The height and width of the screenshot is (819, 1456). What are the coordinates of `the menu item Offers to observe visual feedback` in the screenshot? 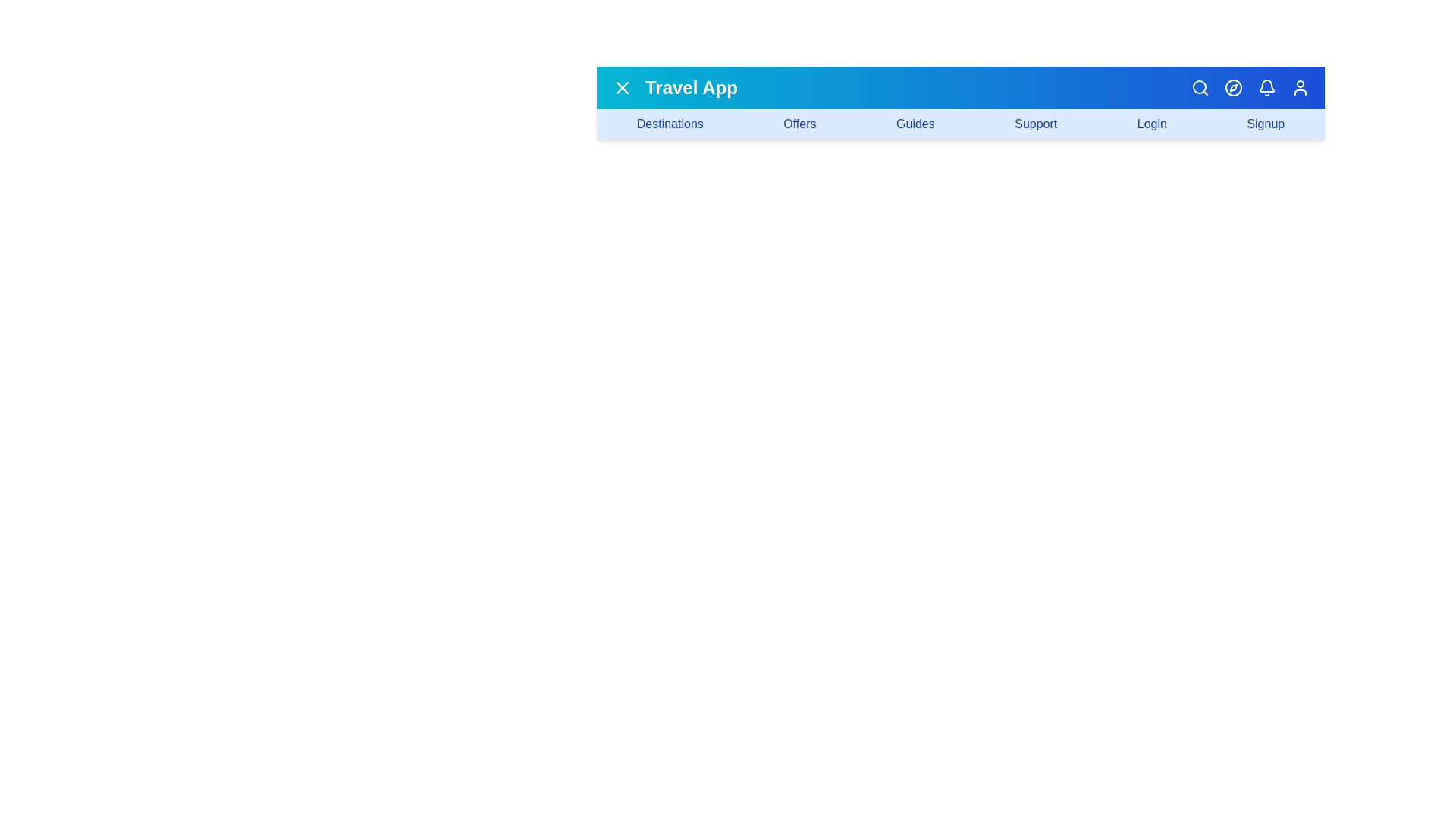 It's located at (799, 124).